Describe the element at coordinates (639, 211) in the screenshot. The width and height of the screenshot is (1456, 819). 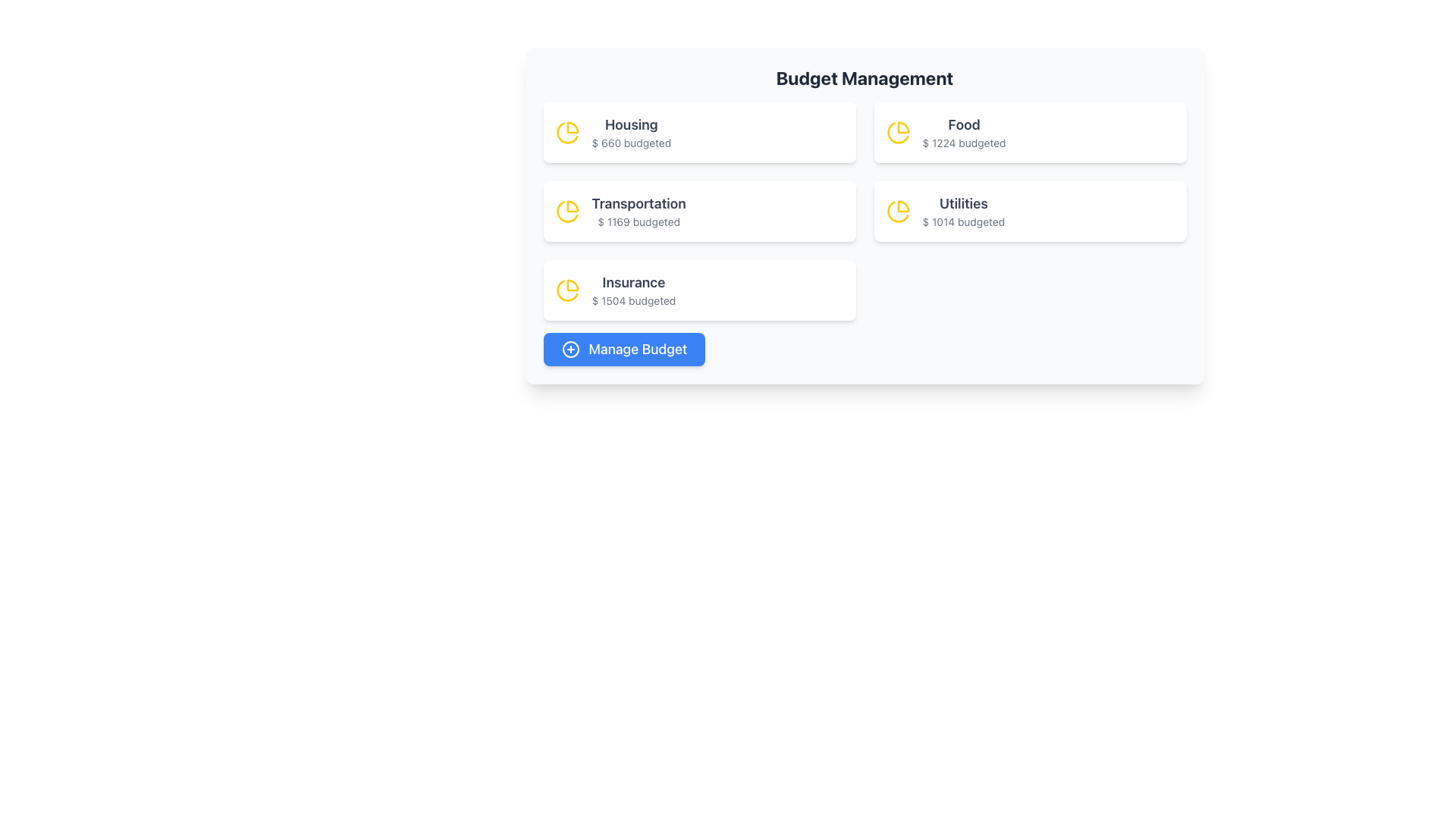
I see `the 'Transportation' text block label displaying the budgeted amount, which is located in a white rounded rectangle card under the 'Budget Management' header in the second position of the left column` at that location.